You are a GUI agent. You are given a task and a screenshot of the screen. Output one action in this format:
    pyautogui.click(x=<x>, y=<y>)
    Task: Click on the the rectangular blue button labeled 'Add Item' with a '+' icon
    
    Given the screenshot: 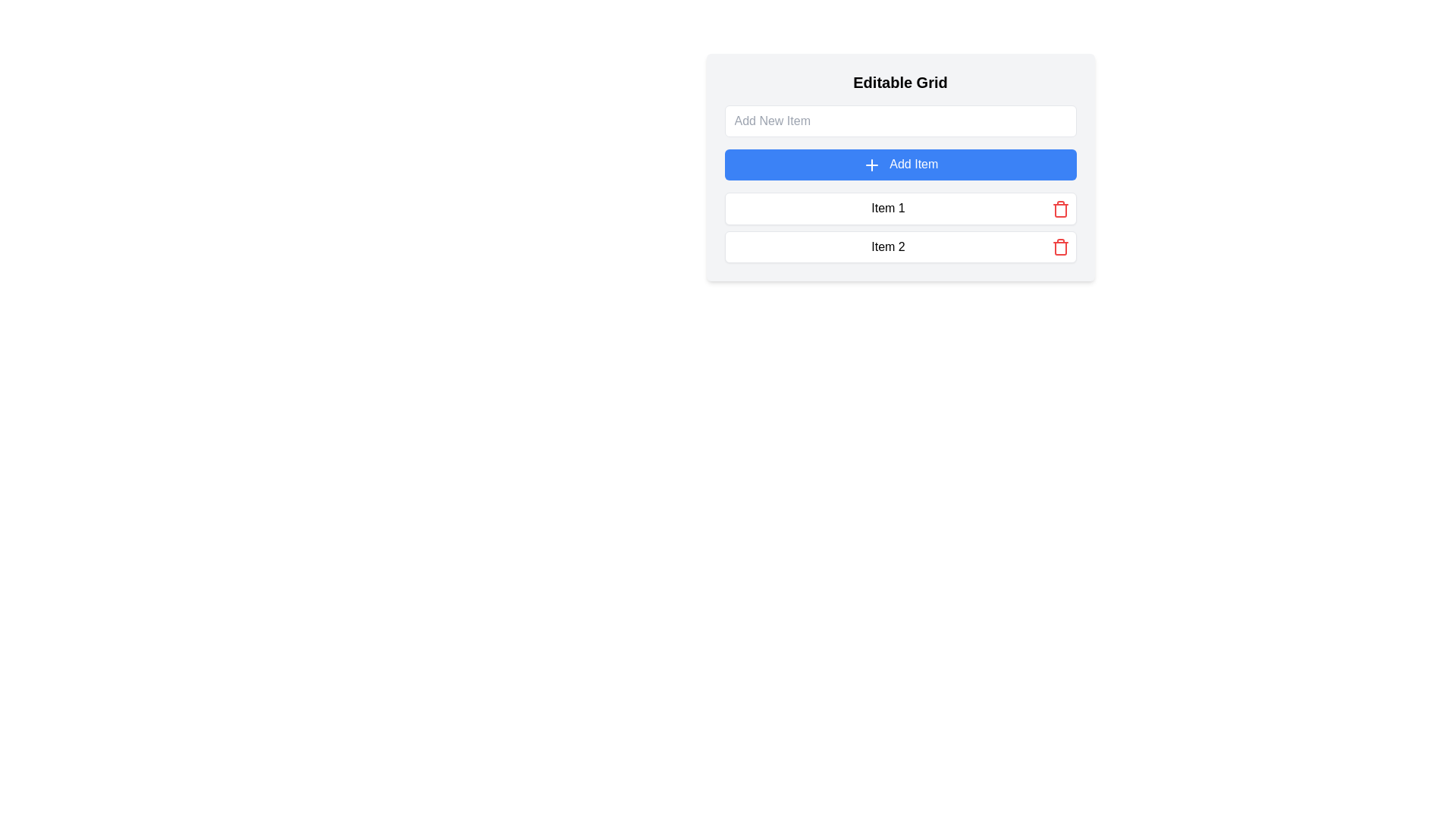 What is the action you would take?
    pyautogui.click(x=900, y=168)
    